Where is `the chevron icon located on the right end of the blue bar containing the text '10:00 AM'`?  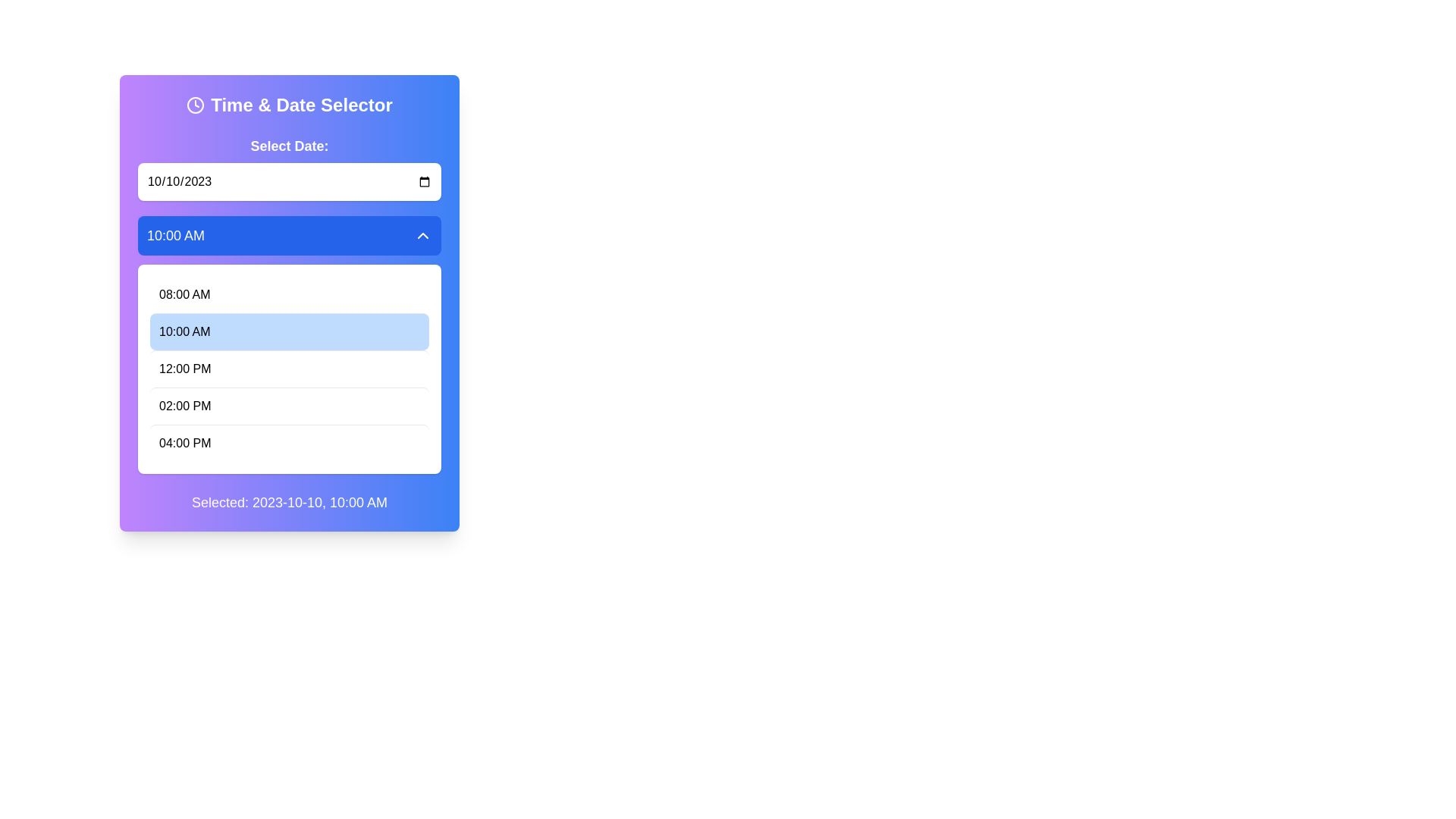
the chevron icon located on the right end of the blue bar containing the text '10:00 AM' is located at coordinates (422, 236).